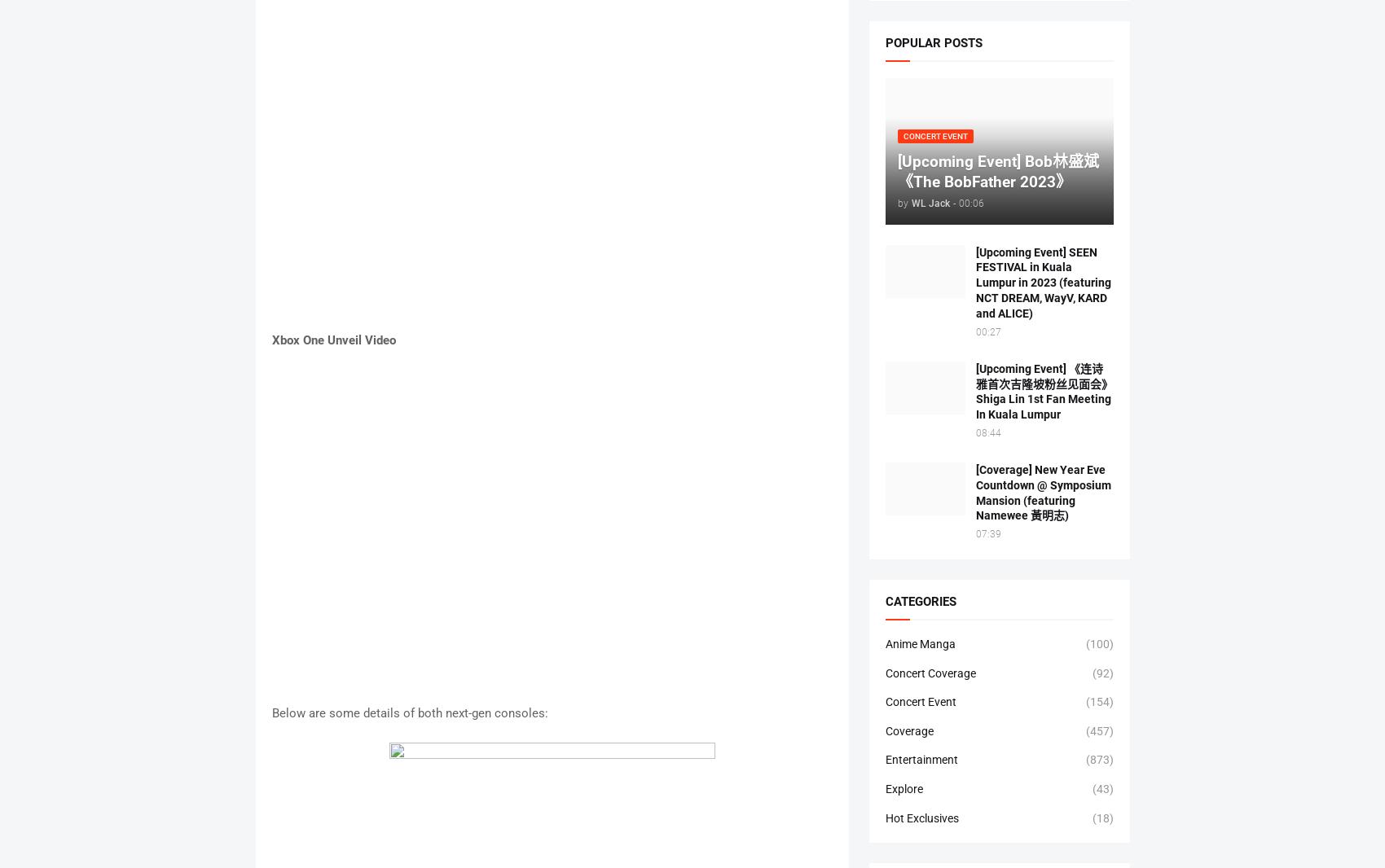 This screenshot has height=868, width=1385. What do you see at coordinates (921, 759) in the screenshot?
I see `'Entertainment'` at bounding box center [921, 759].